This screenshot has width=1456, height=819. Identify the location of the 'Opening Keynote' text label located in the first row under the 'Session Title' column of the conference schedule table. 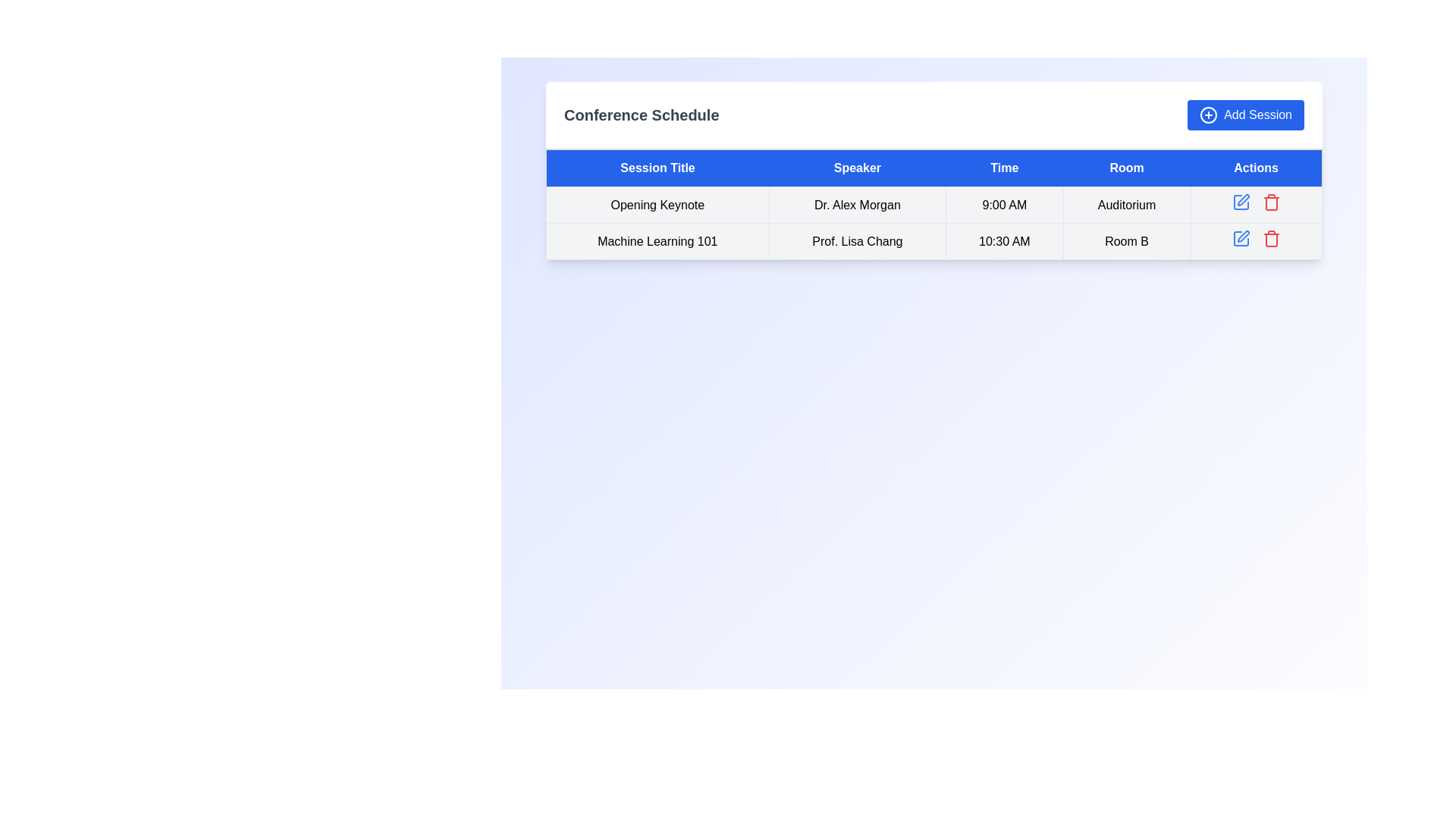
(657, 205).